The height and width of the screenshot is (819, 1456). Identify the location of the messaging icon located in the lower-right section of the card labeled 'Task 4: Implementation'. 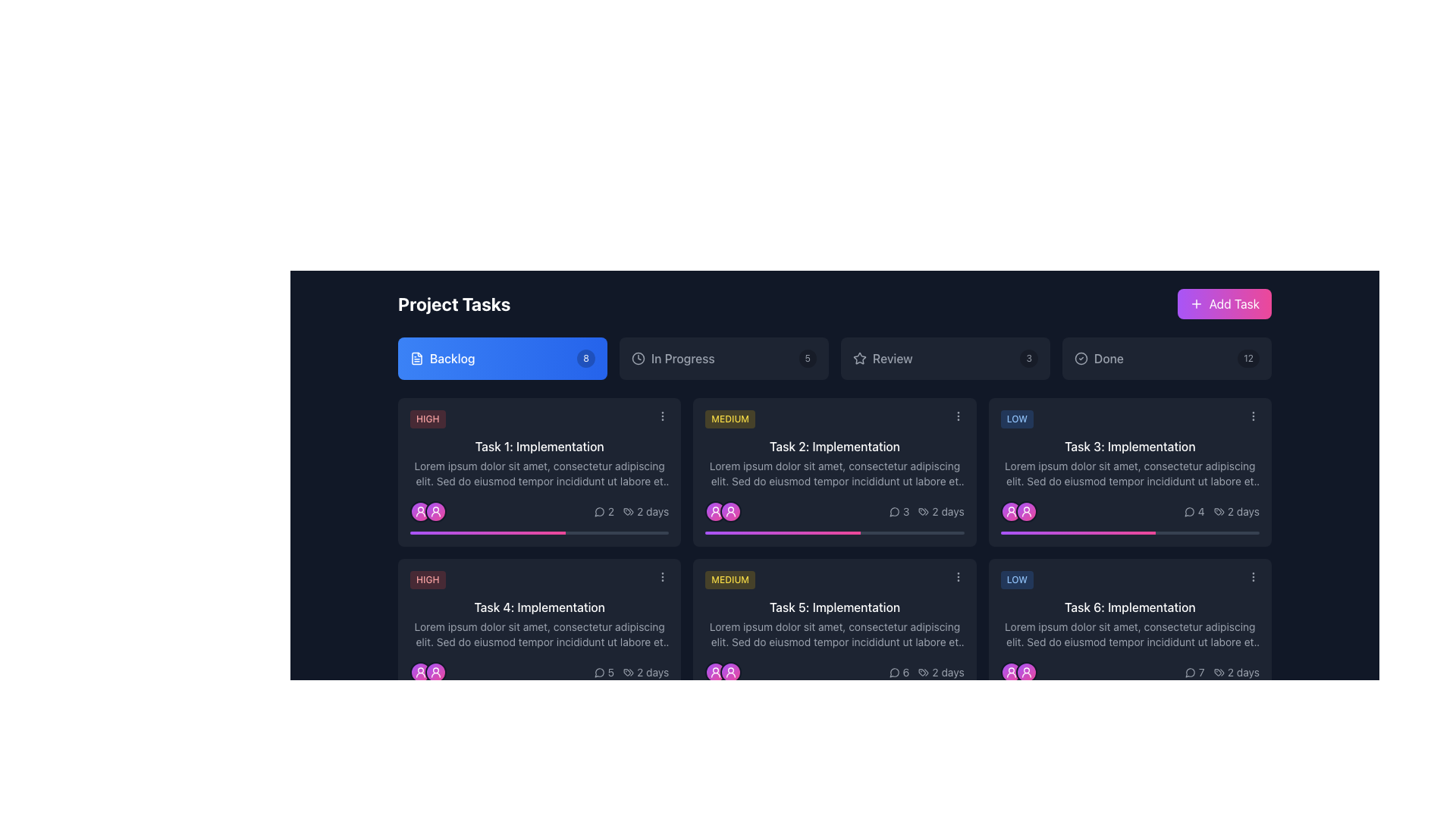
(598, 672).